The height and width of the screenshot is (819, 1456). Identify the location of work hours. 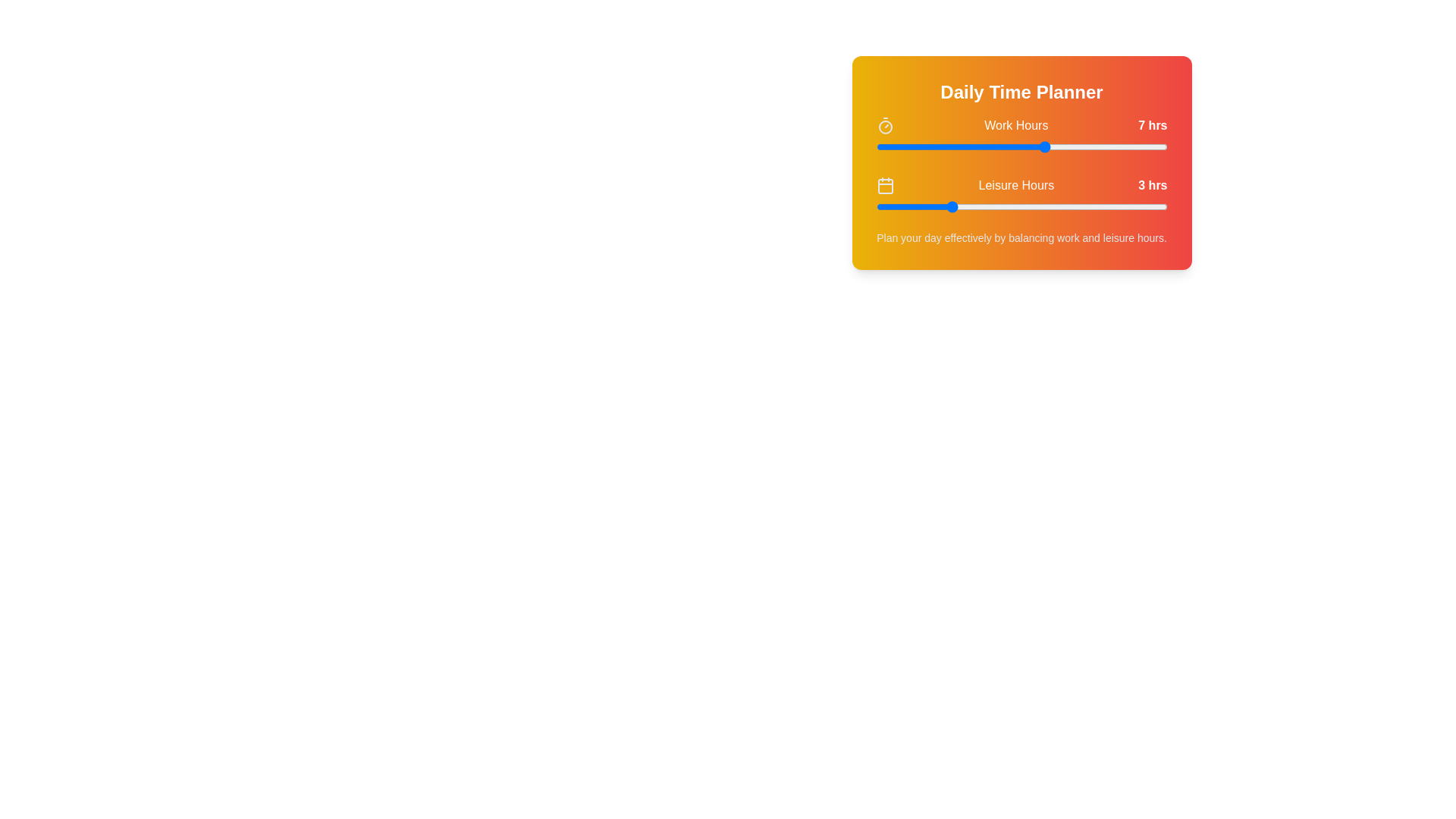
(973, 146).